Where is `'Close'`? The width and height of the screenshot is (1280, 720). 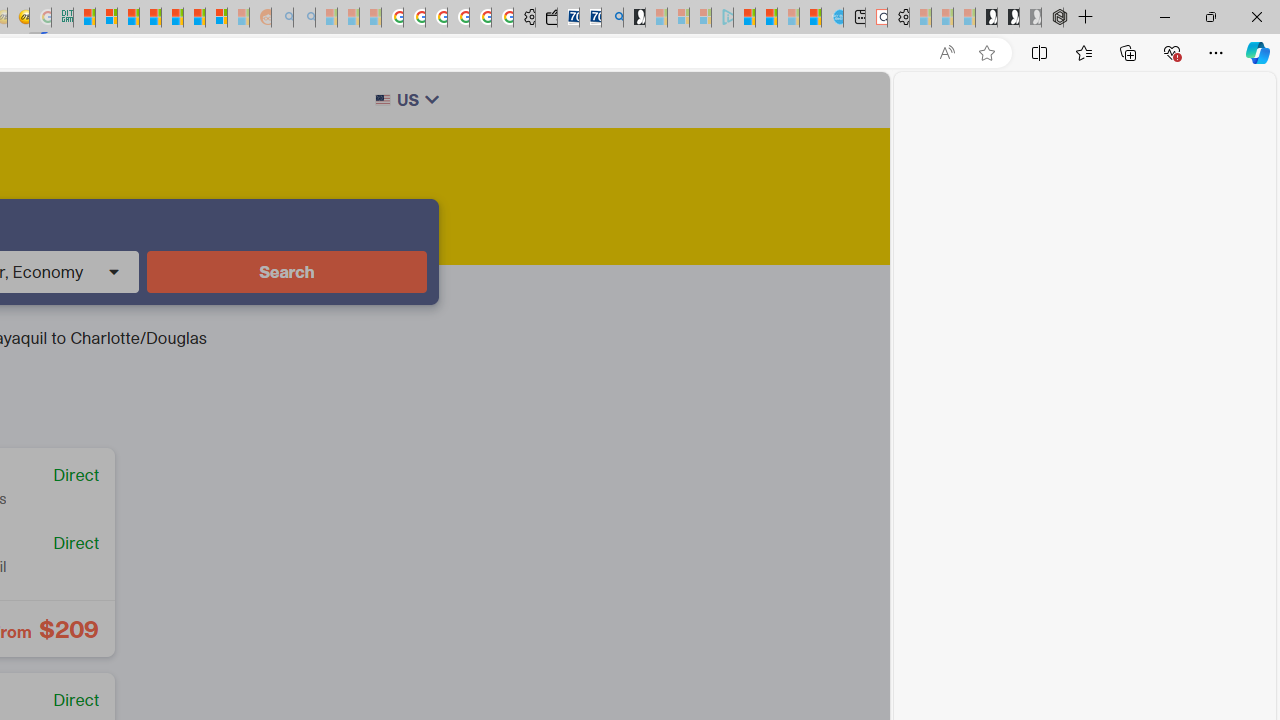
'Close' is located at coordinates (1255, 16).